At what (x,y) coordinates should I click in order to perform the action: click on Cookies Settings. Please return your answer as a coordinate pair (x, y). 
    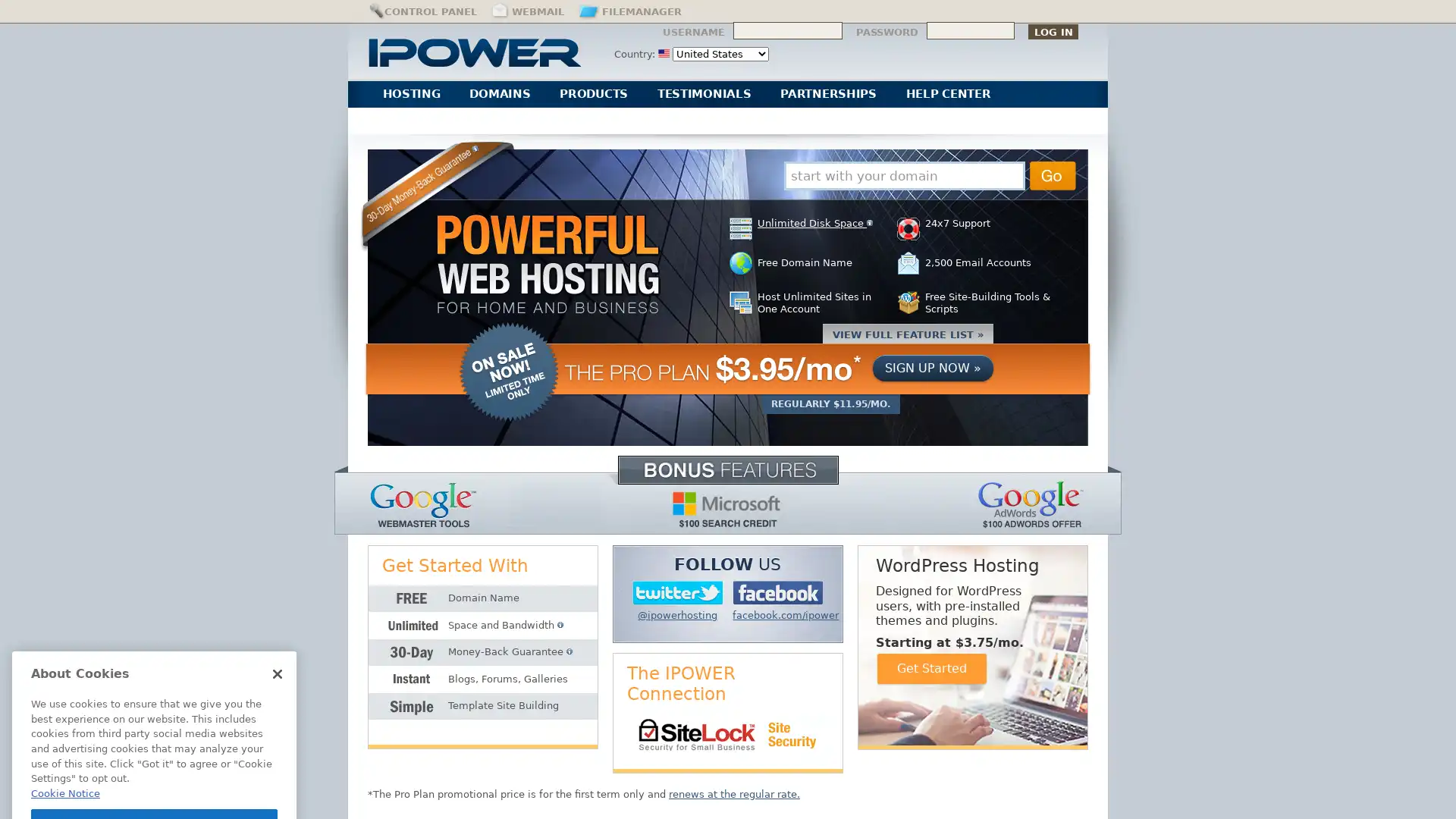
    Looking at the image, I should click on (154, 760).